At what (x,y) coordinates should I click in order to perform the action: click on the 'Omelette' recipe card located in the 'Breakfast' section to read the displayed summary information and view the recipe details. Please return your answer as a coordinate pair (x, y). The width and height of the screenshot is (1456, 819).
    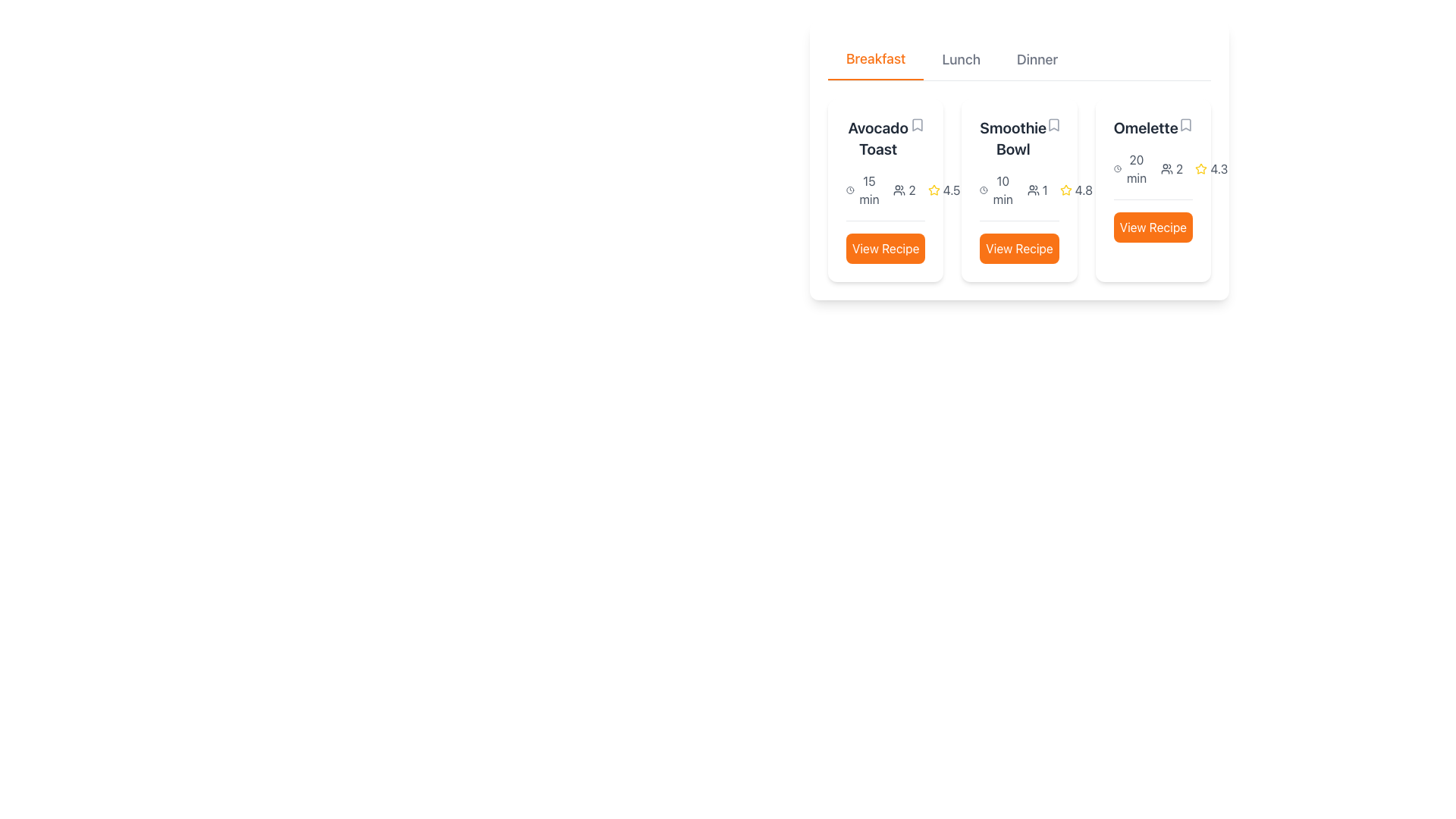
    Looking at the image, I should click on (1153, 179).